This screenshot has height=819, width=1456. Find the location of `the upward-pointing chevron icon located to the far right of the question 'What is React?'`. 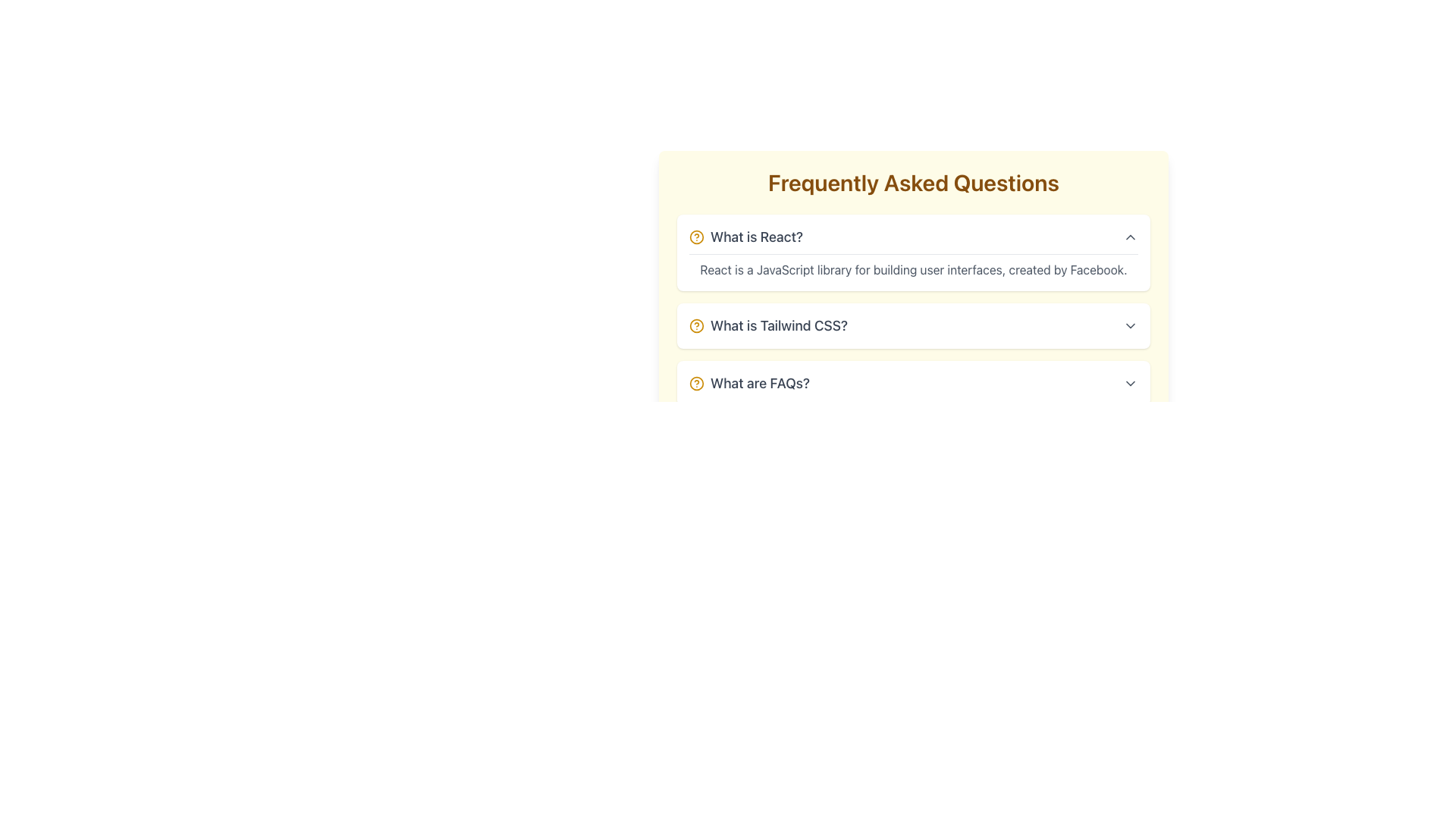

the upward-pointing chevron icon located to the far right of the question 'What is React?' is located at coordinates (1131, 237).